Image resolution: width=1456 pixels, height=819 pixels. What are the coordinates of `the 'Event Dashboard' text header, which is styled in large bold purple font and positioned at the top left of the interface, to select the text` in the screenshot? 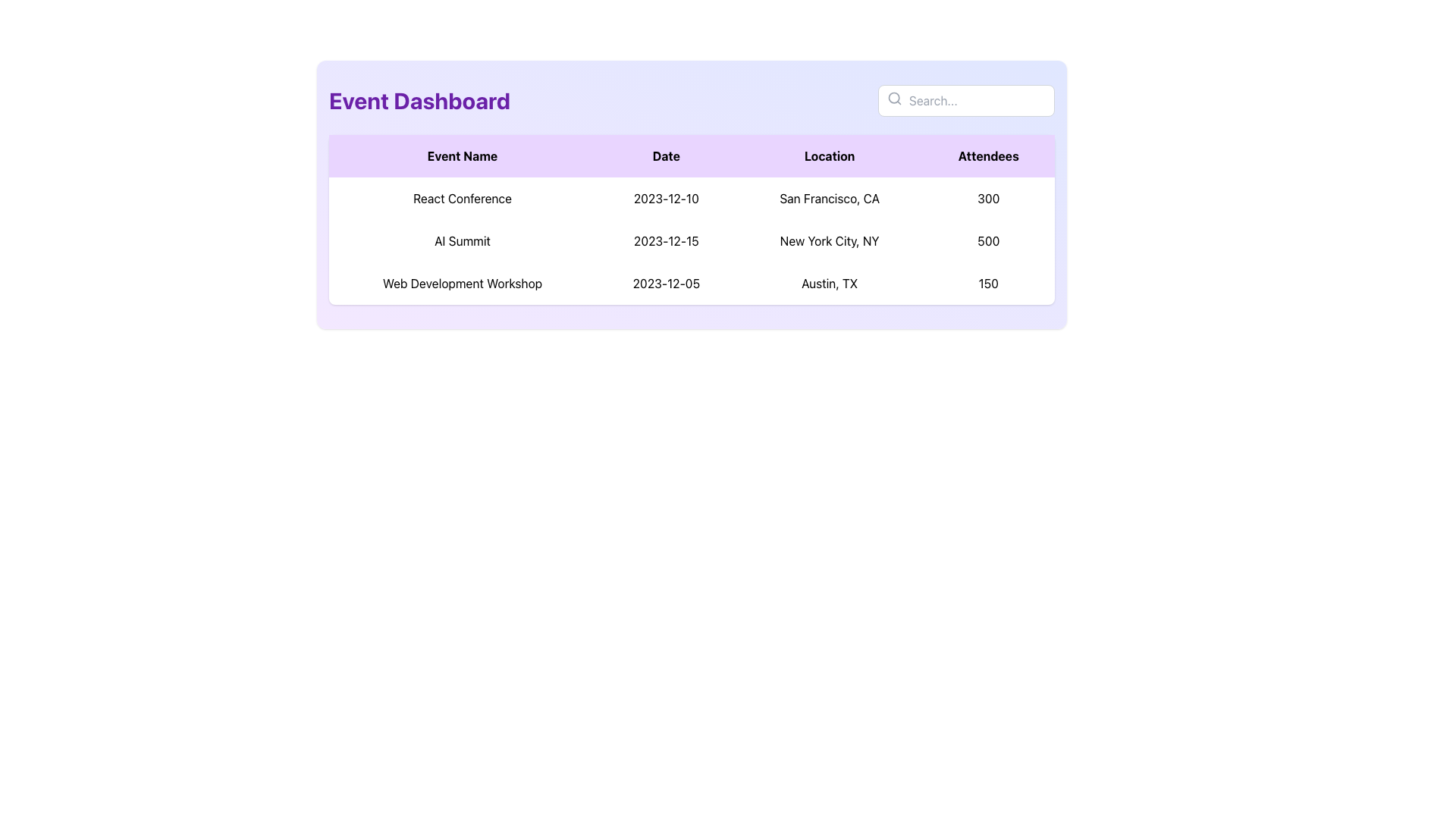 It's located at (419, 100).